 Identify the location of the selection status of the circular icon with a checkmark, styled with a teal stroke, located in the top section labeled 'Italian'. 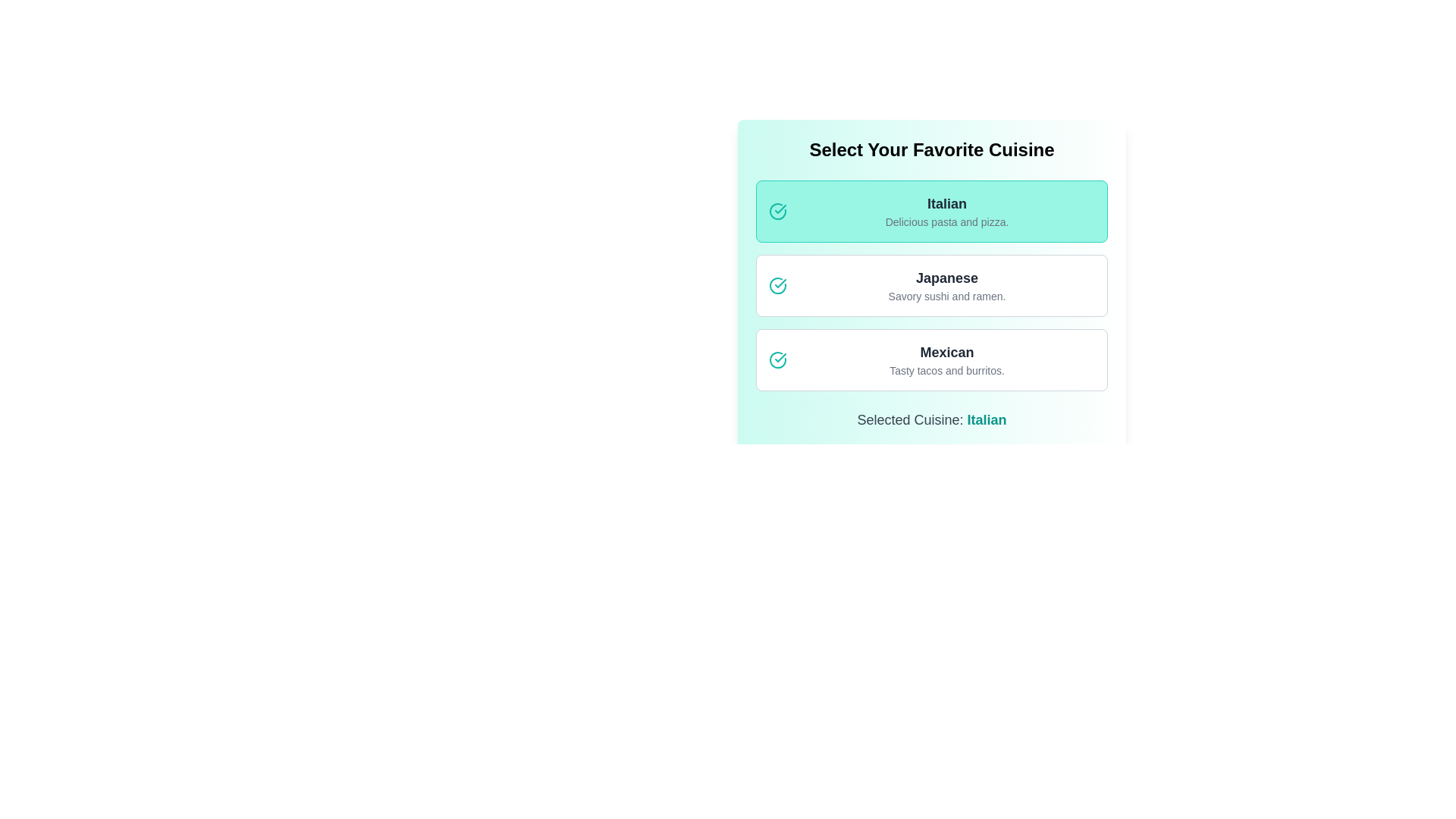
(778, 211).